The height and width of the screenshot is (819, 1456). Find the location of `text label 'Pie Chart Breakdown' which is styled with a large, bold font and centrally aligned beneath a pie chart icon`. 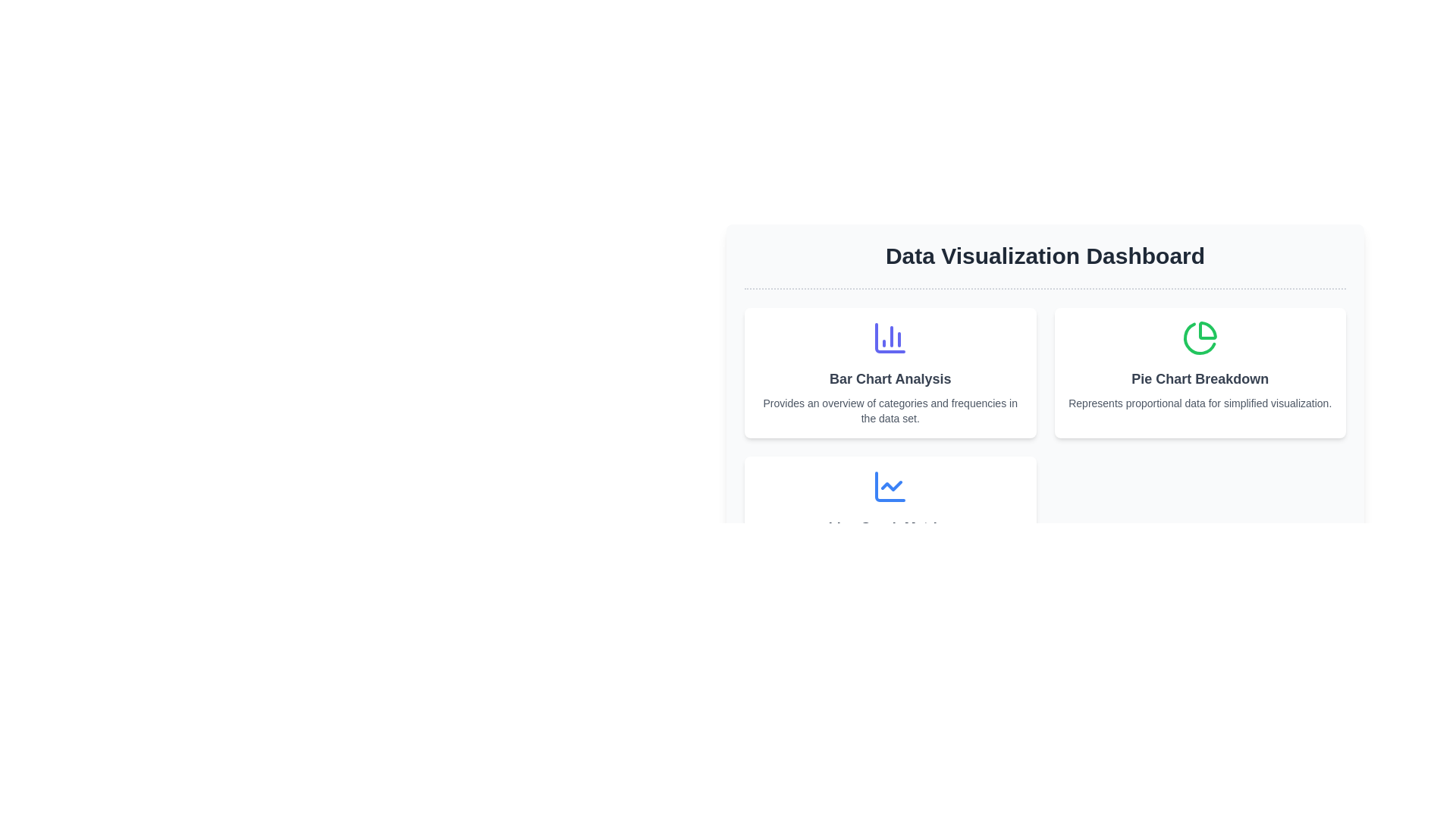

text label 'Pie Chart Breakdown' which is styled with a large, bold font and centrally aligned beneath a pie chart icon is located at coordinates (1199, 378).